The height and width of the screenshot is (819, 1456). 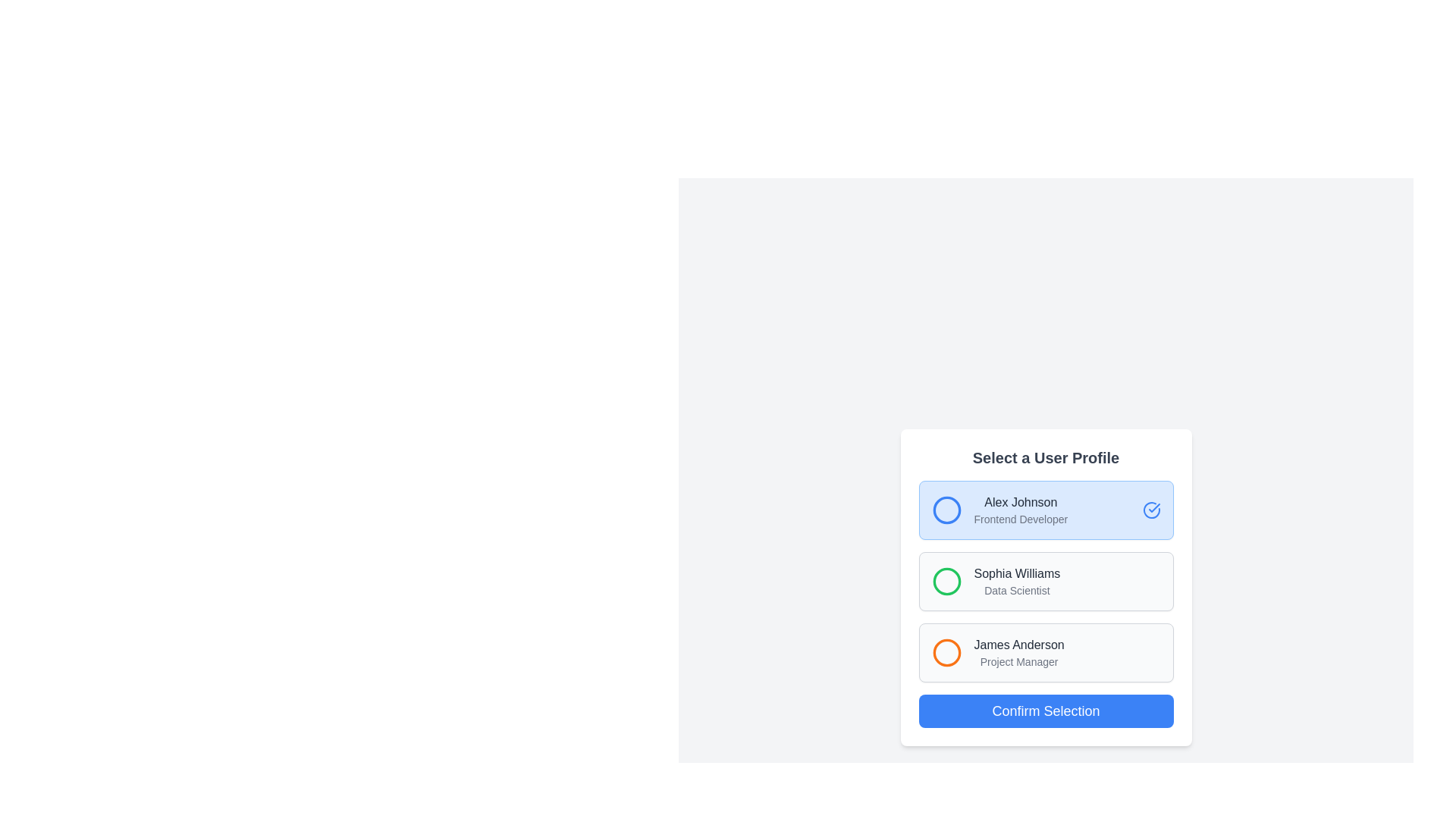 I want to click on displayed text of the 'Data Scientist' label located below the name 'Sophia Williams' in the user profile list item, so click(x=1017, y=590).